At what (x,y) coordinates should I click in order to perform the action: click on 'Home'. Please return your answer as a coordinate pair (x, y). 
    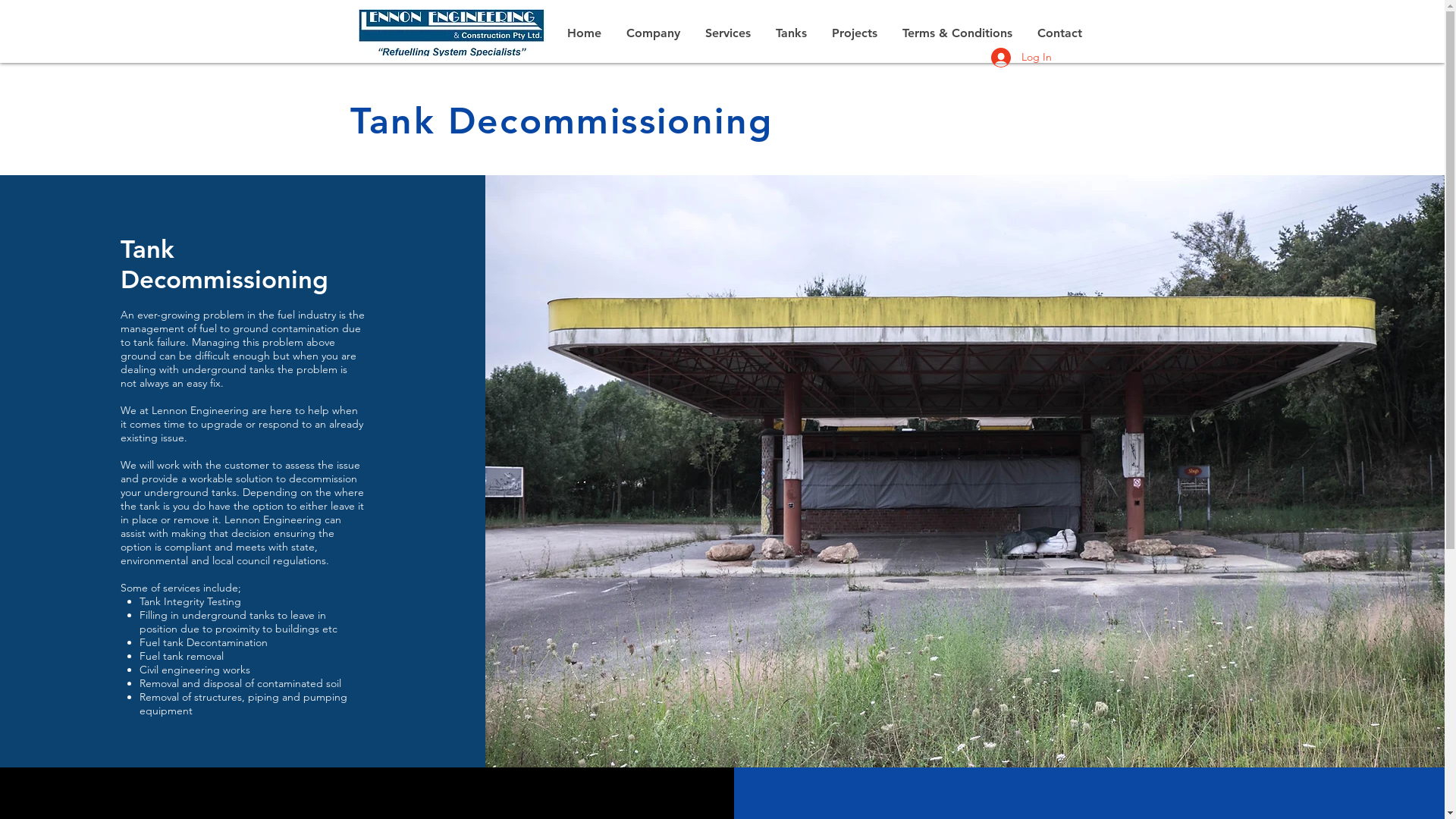
    Looking at the image, I should click on (583, 33).